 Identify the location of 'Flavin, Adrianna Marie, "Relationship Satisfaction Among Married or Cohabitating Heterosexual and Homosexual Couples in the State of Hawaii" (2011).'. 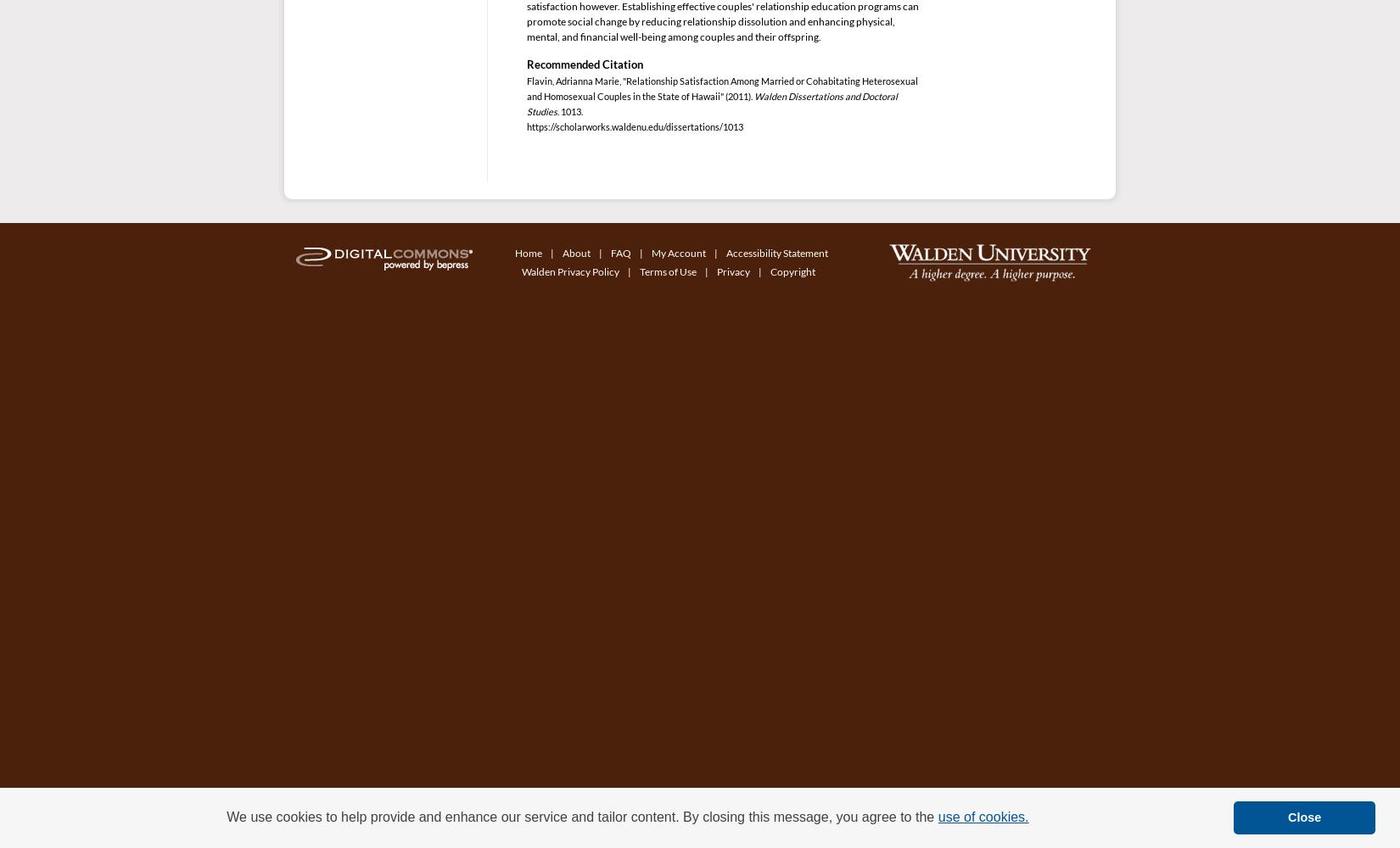
(526, 87).